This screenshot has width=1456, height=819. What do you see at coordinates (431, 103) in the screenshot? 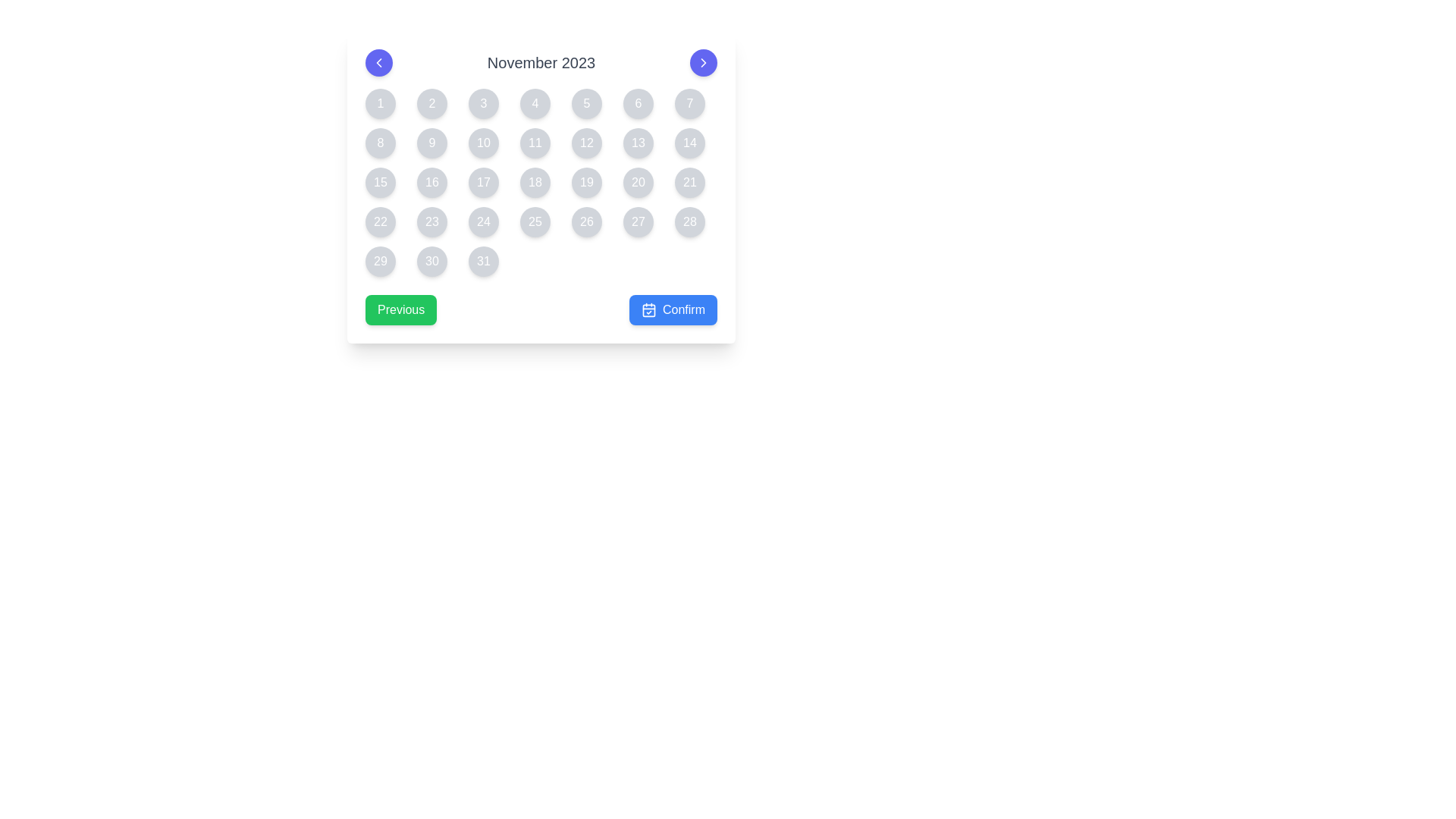
I see `the second button in the calendar interface` at bounding box center [431, 103].